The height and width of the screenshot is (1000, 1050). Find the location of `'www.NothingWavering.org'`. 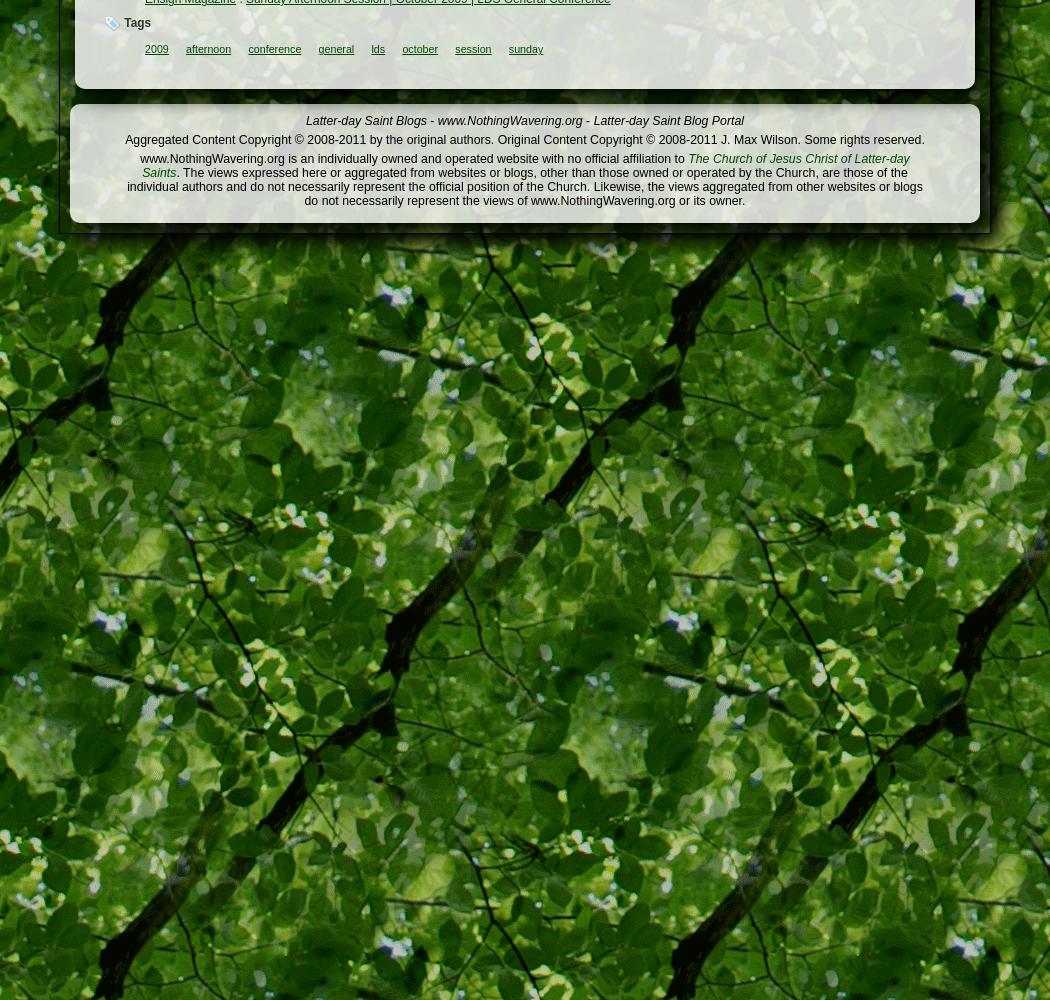

'www.NothingWavering.org' is located at coordinates (508, 120).